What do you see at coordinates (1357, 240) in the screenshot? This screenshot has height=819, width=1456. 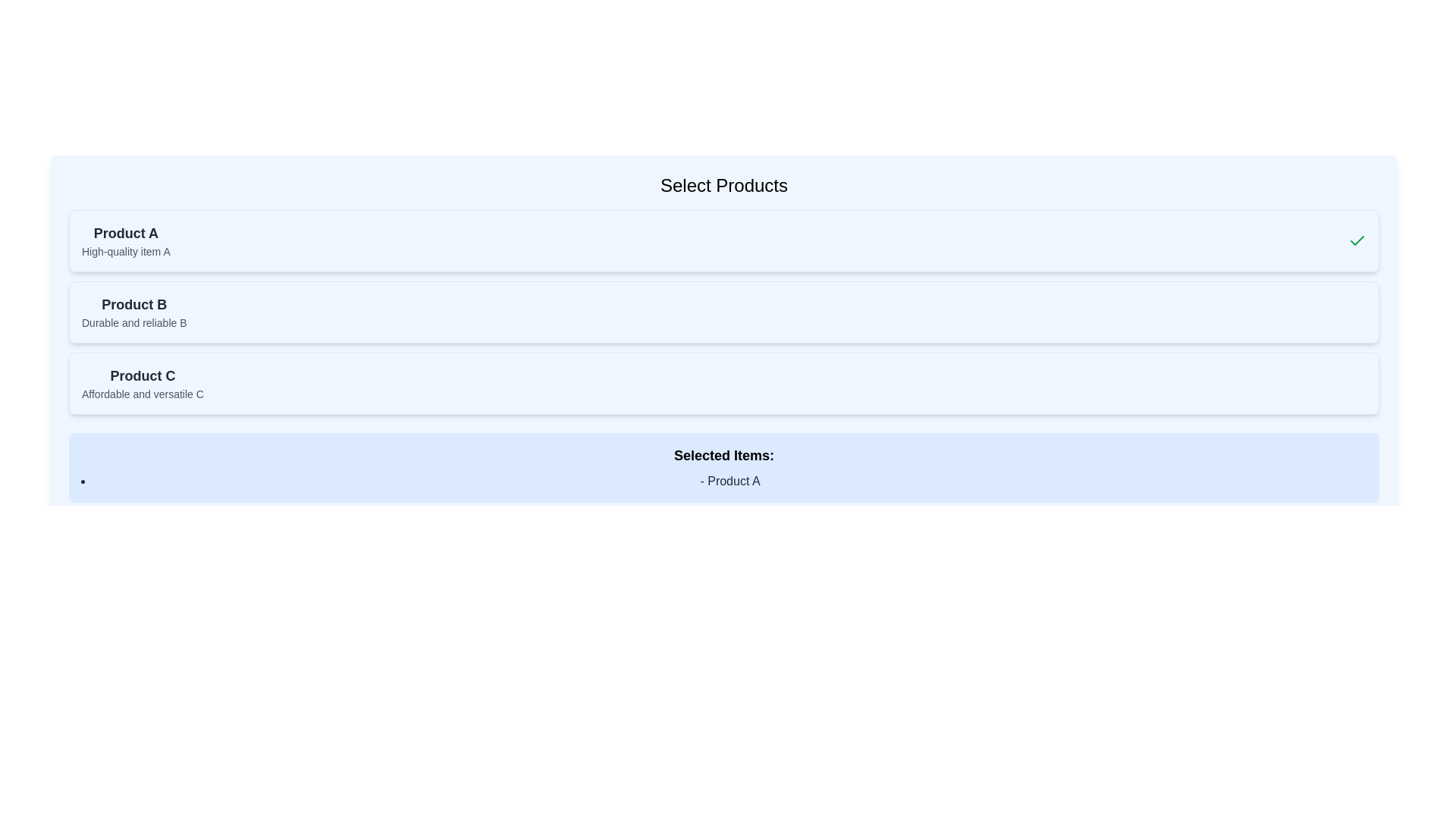 I see `the Checkmark icon indicating selection for 'Product A', located within the right-hand side of the row` at bounding box center [1357, 240].